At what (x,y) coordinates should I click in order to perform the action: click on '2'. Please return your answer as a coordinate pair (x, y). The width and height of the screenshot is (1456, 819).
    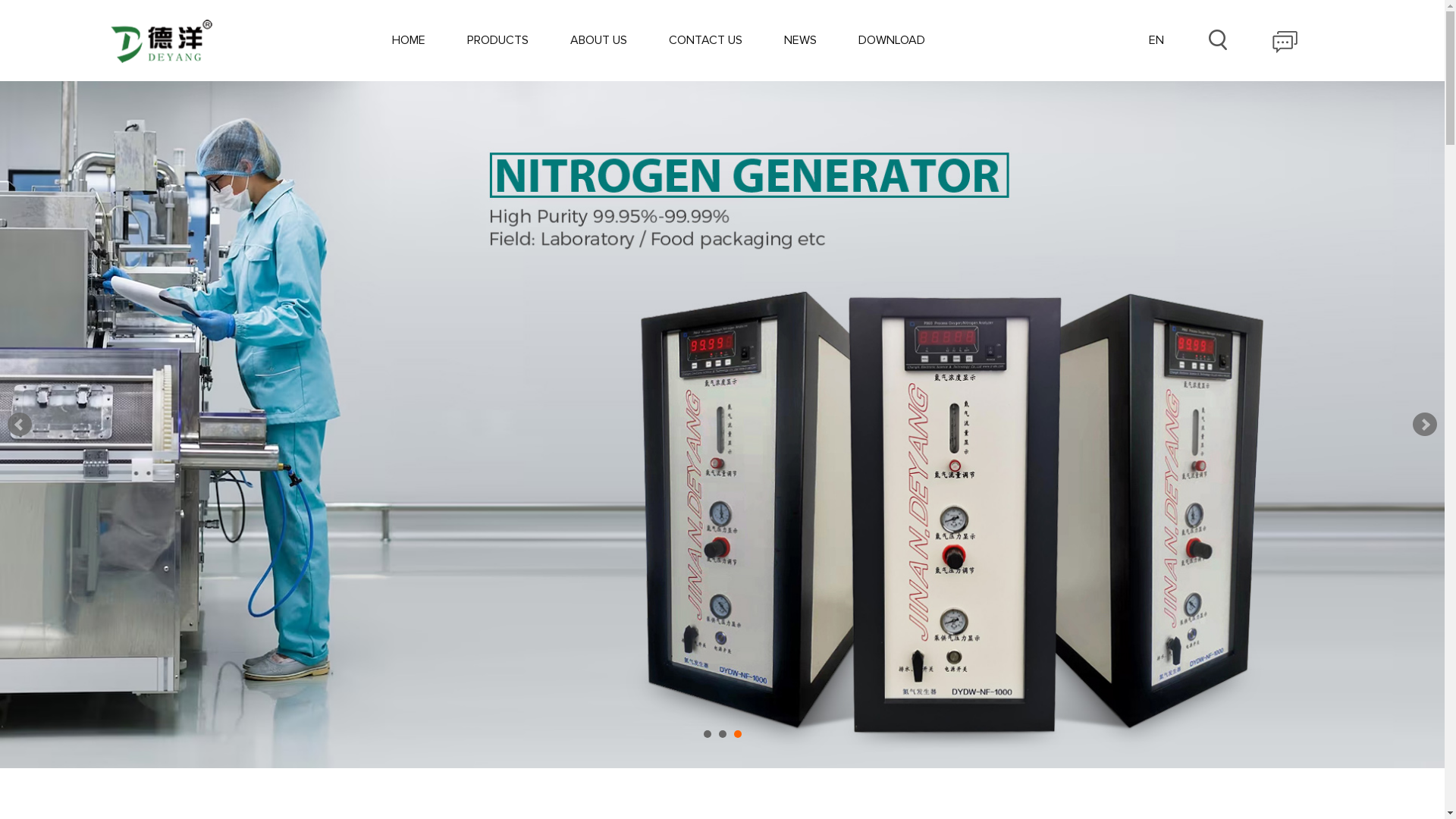
    Looking at the image, I should click on (722, 733).